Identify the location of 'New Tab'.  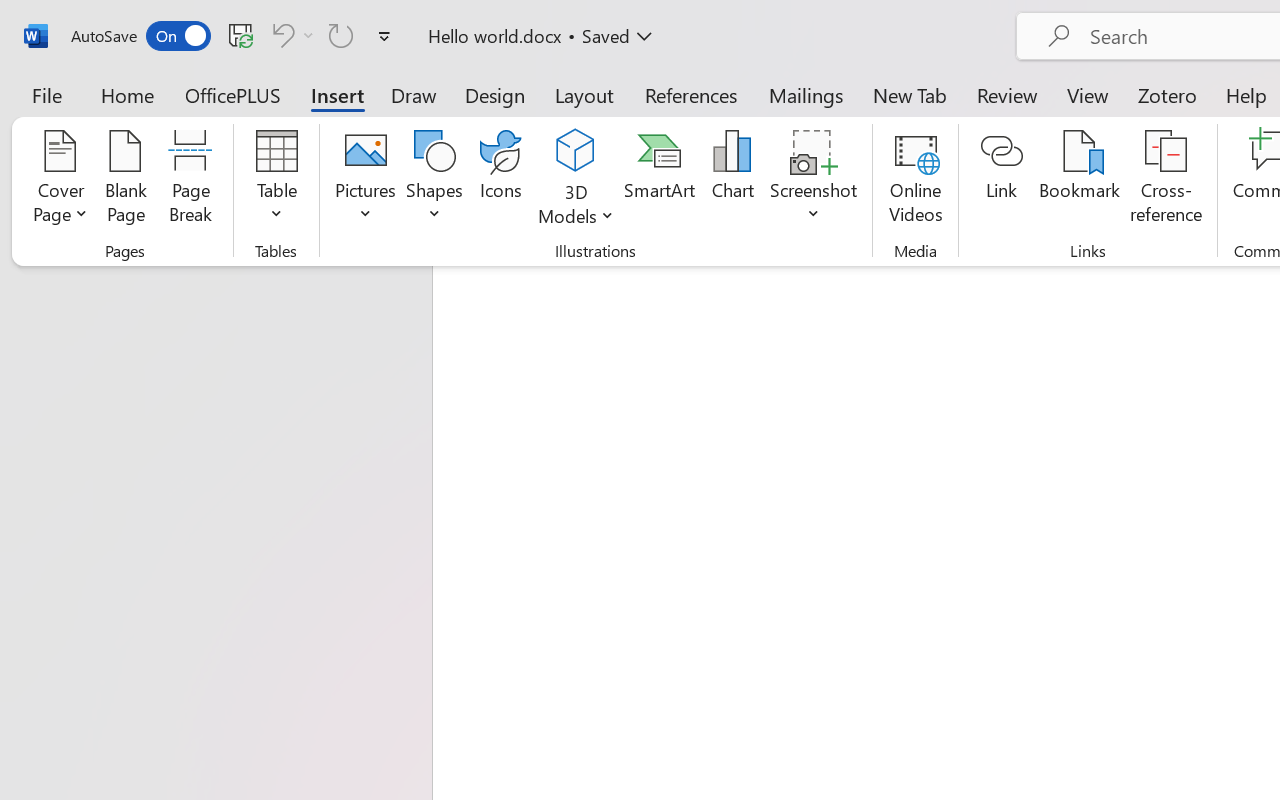
(909, 94).